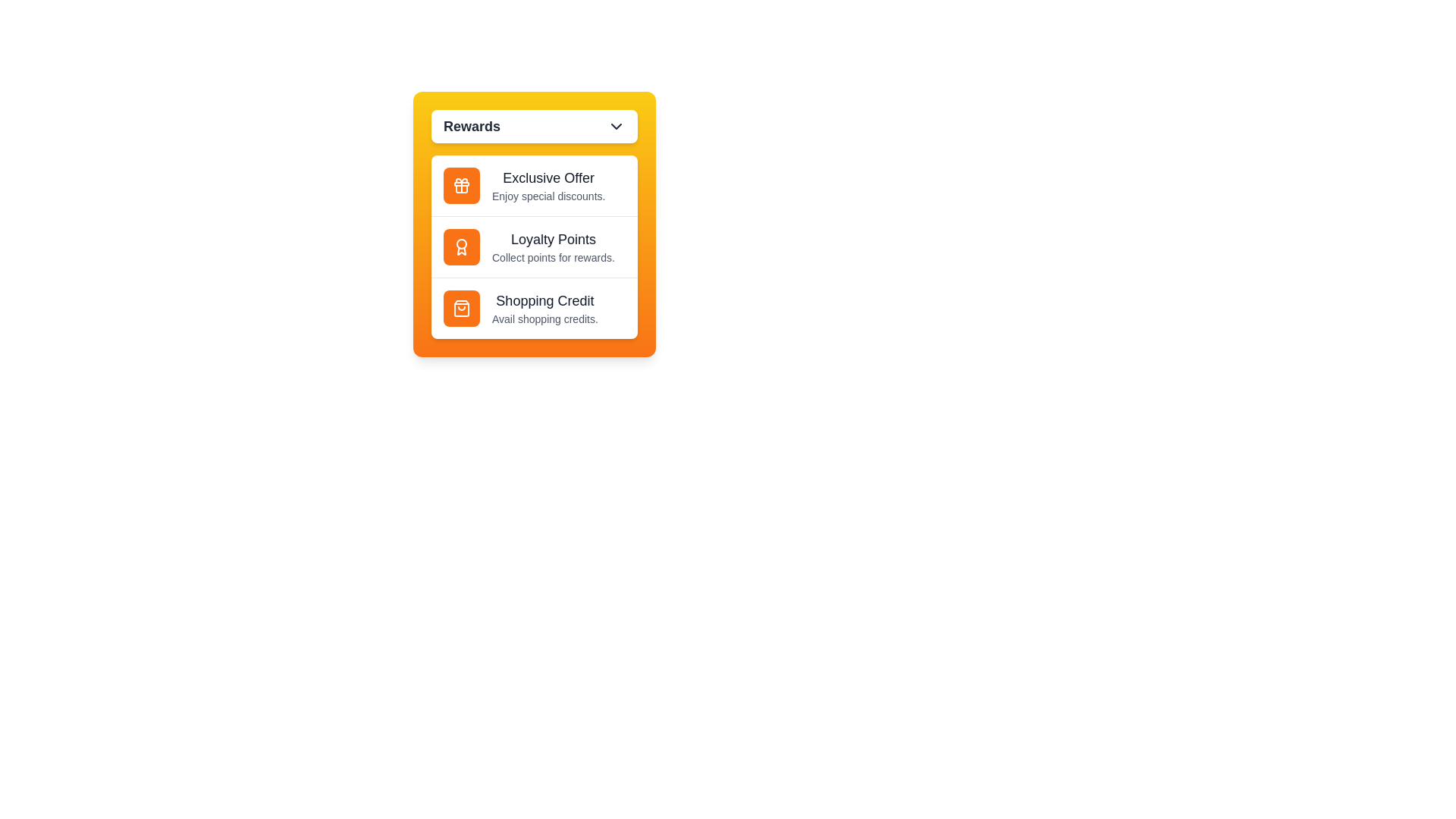 The width and height of the screenshot is (1456, 819). I want to click on the Decorative Circle, which is an orange circular element with a central mark, located near the center of a graphical icon representing an award, so click(461, 243).